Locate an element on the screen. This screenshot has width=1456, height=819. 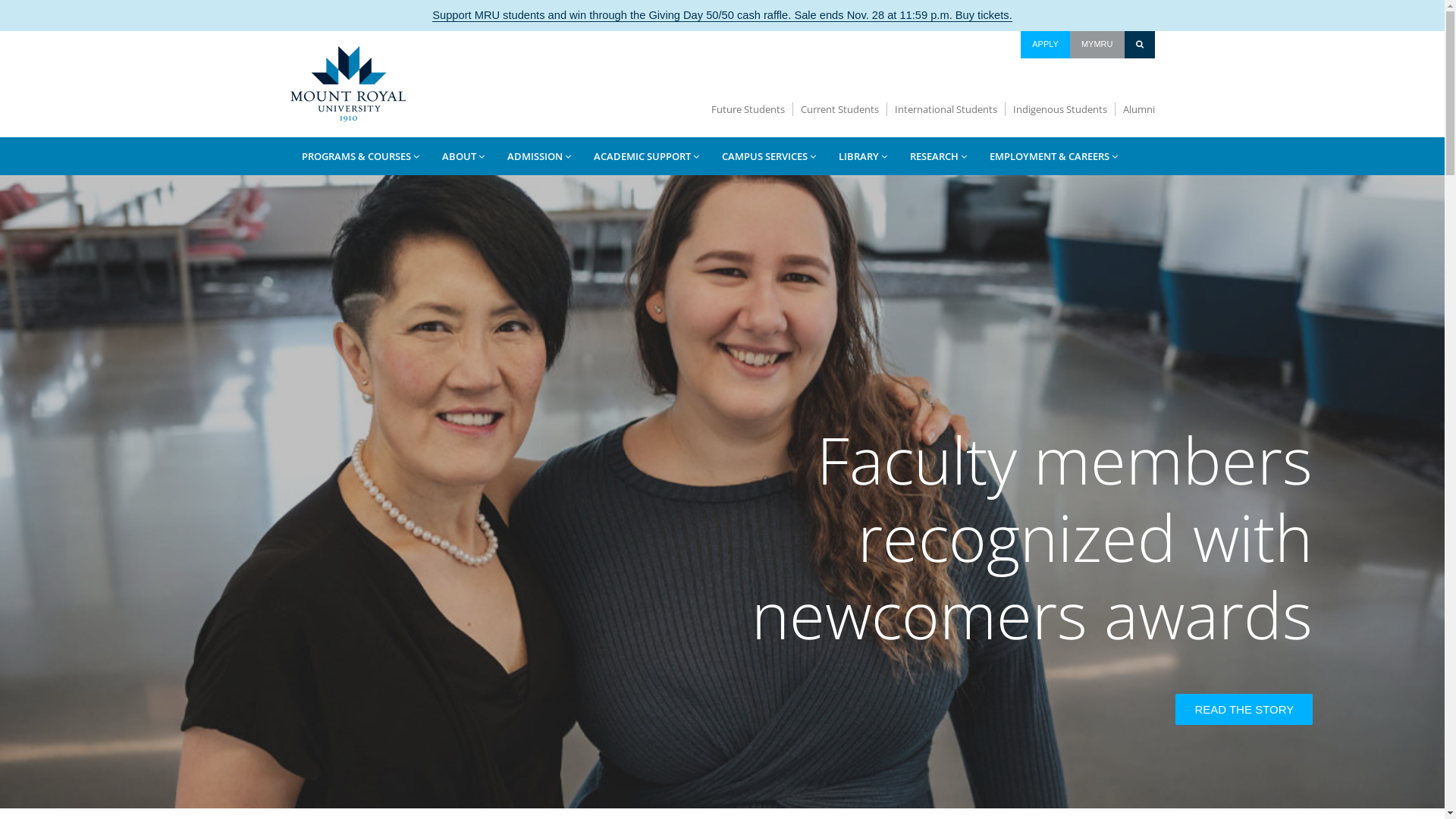
'EMPLOYMENT & CAREERS' is located at coordinates (1053, 155).